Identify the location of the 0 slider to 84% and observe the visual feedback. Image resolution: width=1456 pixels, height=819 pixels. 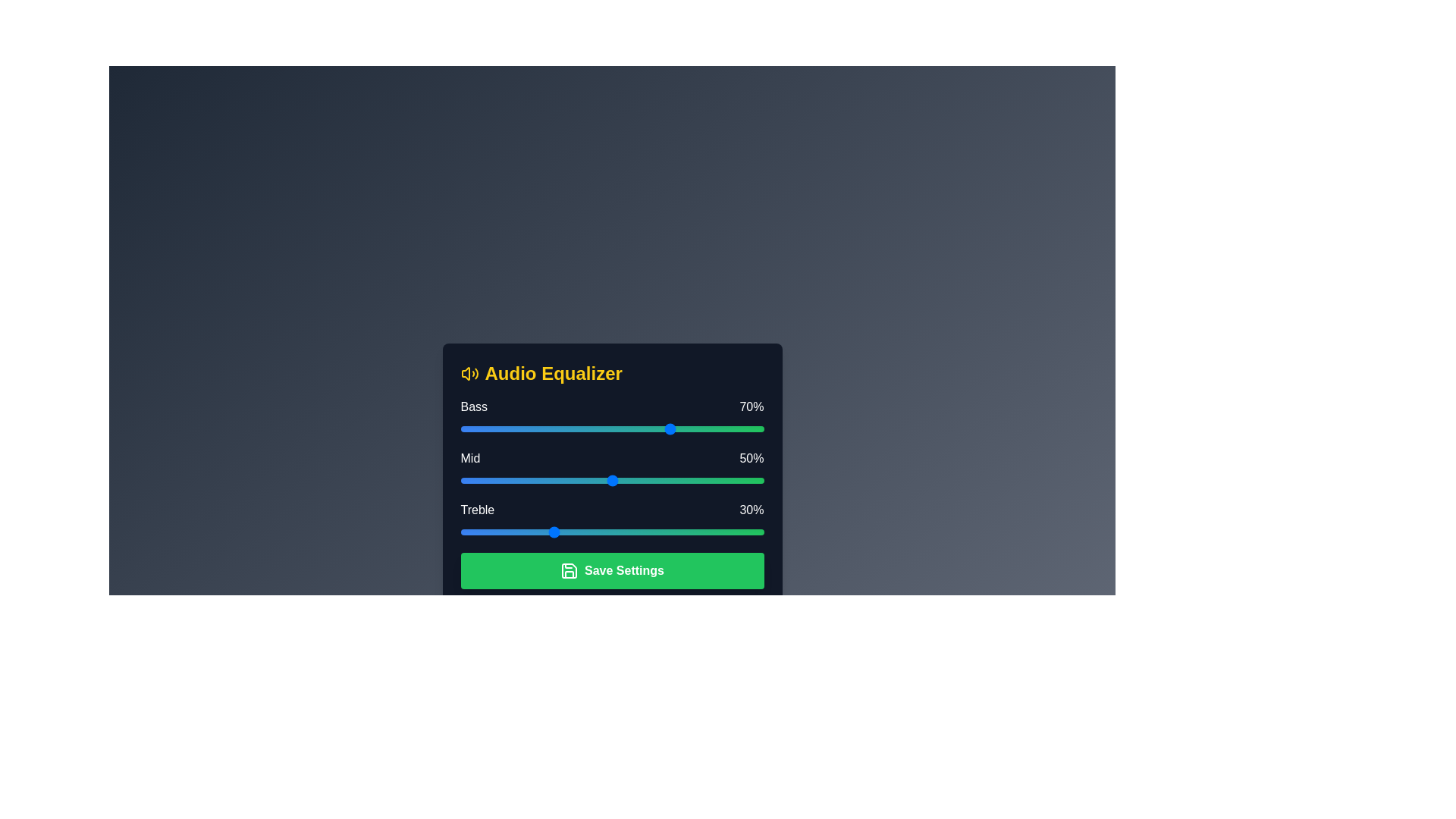
(714, 429).